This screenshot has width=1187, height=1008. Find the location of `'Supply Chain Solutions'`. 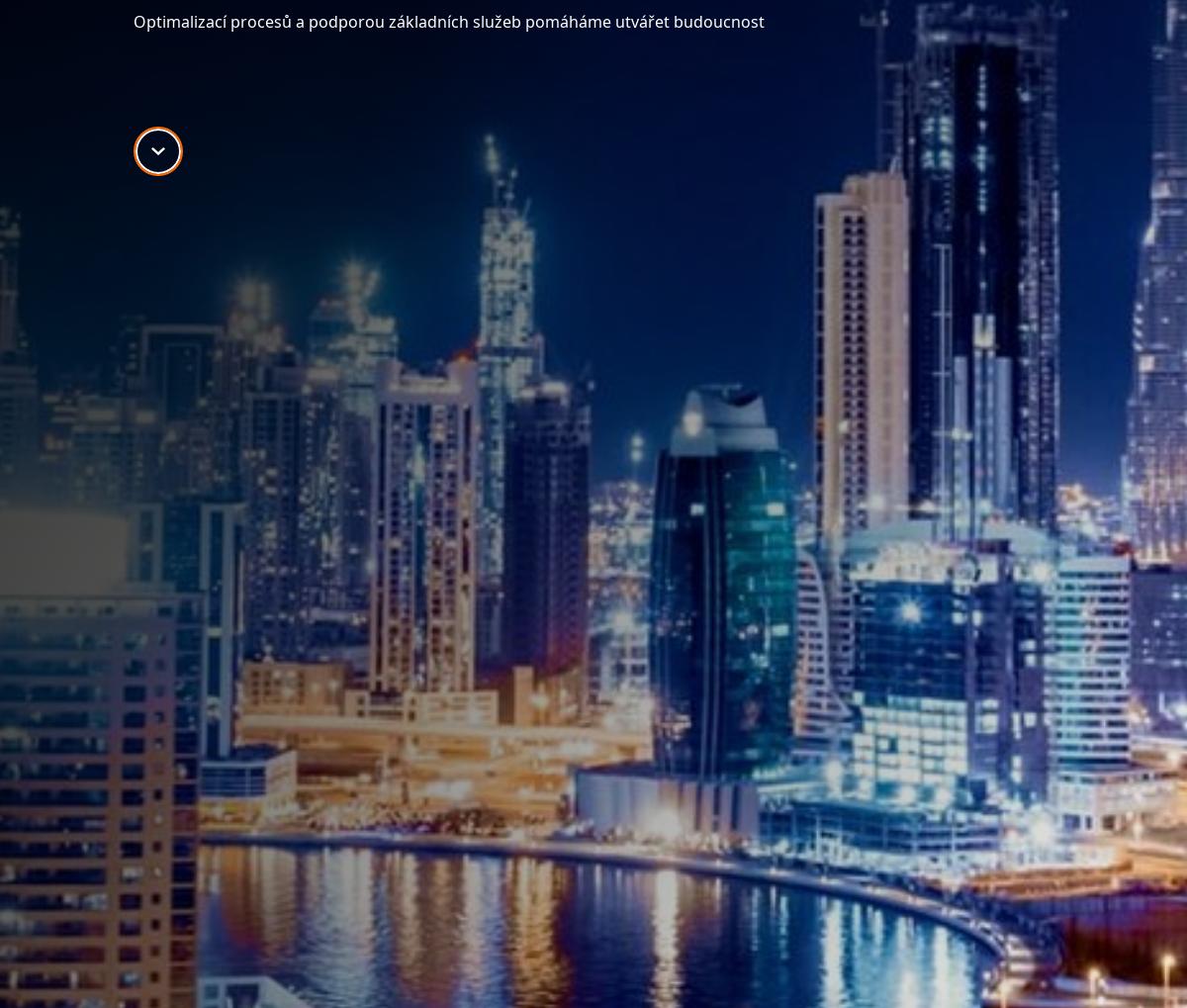

'Supply Chain Solutions' is located at coordinates (527, 696).